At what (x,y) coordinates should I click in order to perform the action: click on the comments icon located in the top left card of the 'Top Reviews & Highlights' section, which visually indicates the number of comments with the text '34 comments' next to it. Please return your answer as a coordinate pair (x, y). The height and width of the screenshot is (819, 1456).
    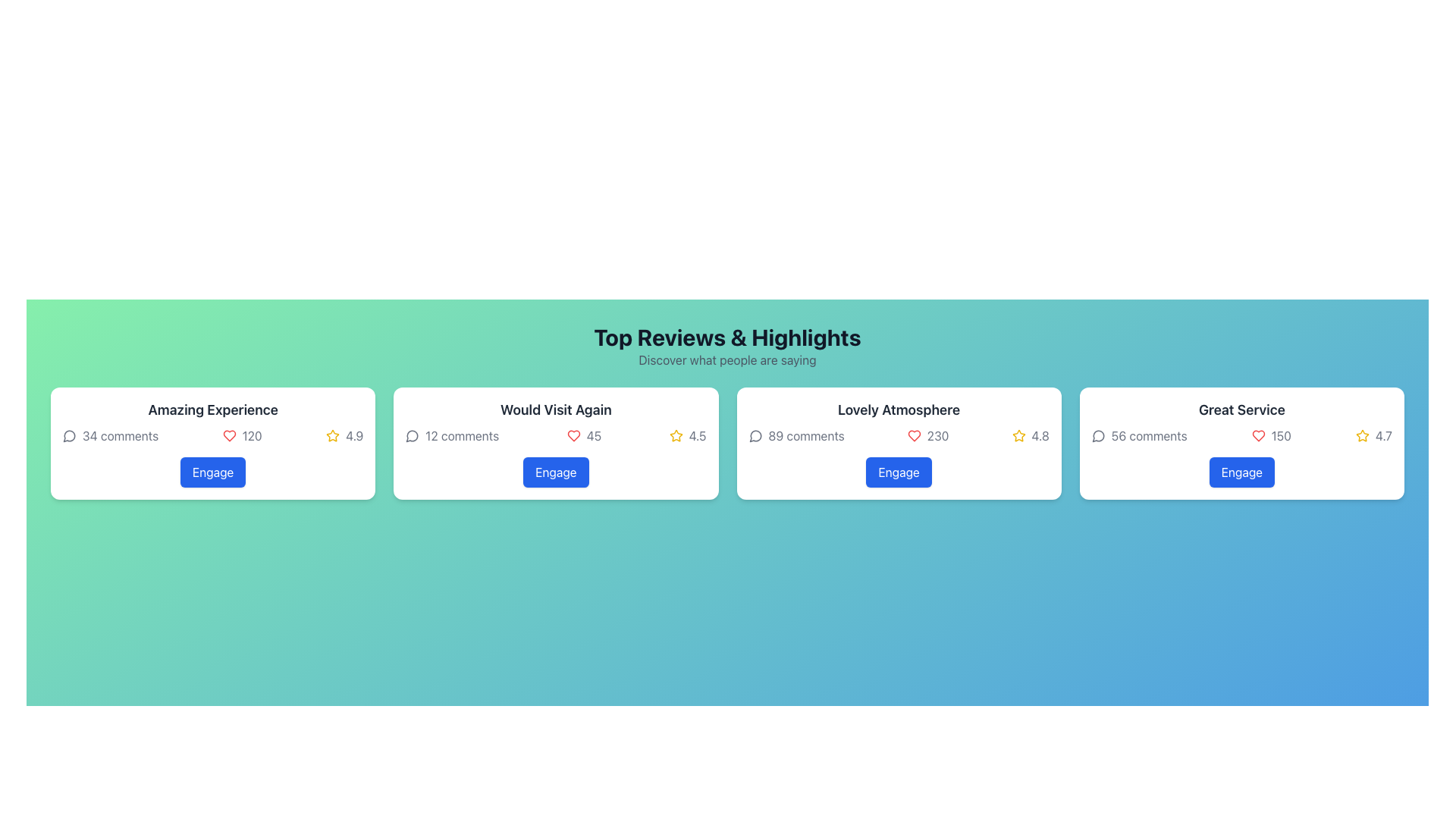
    Looking at the image, I should click on (68, 435).